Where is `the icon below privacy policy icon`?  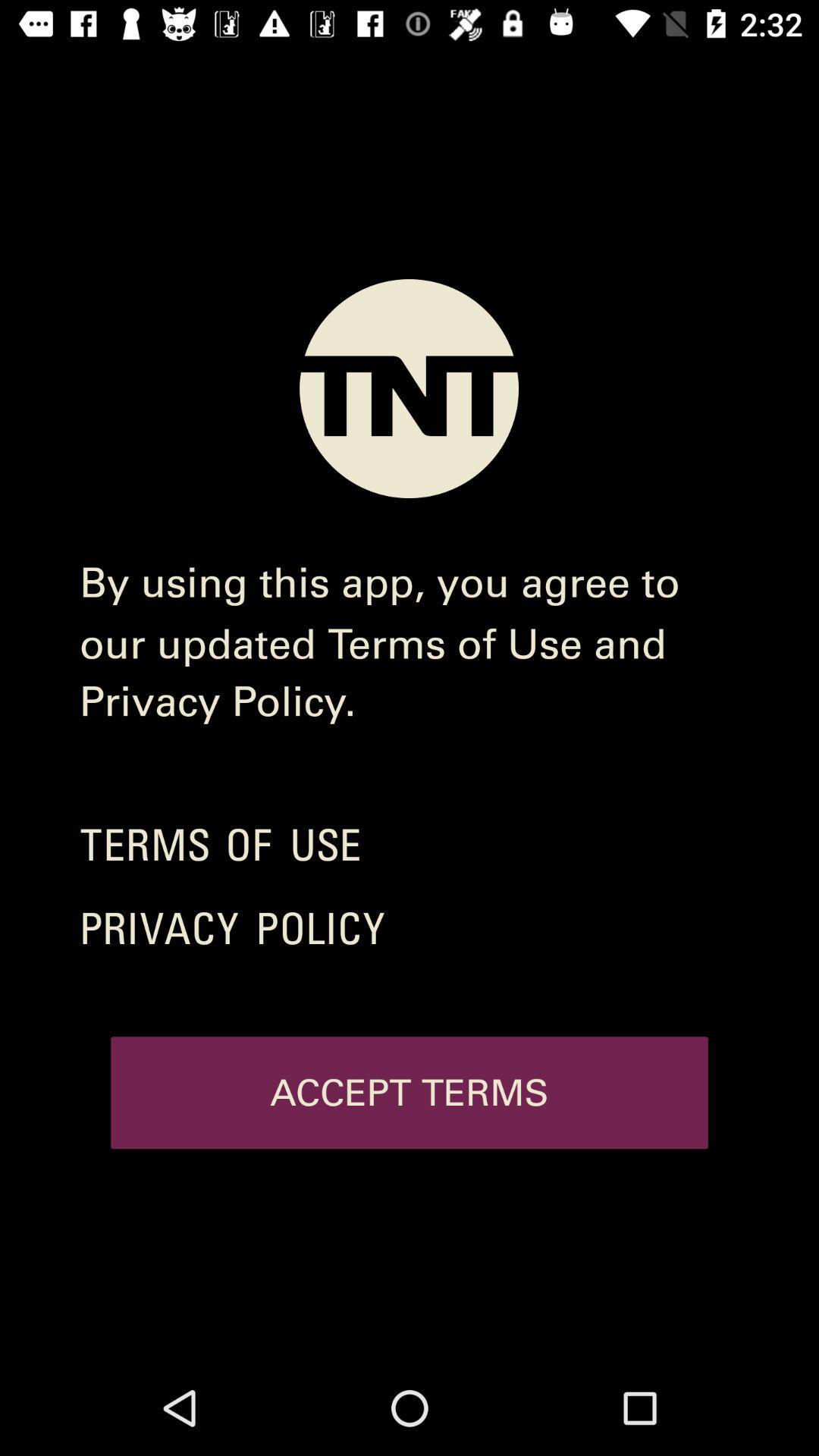 the icon below privacy policy icon is located at coordinates (409, 1093).